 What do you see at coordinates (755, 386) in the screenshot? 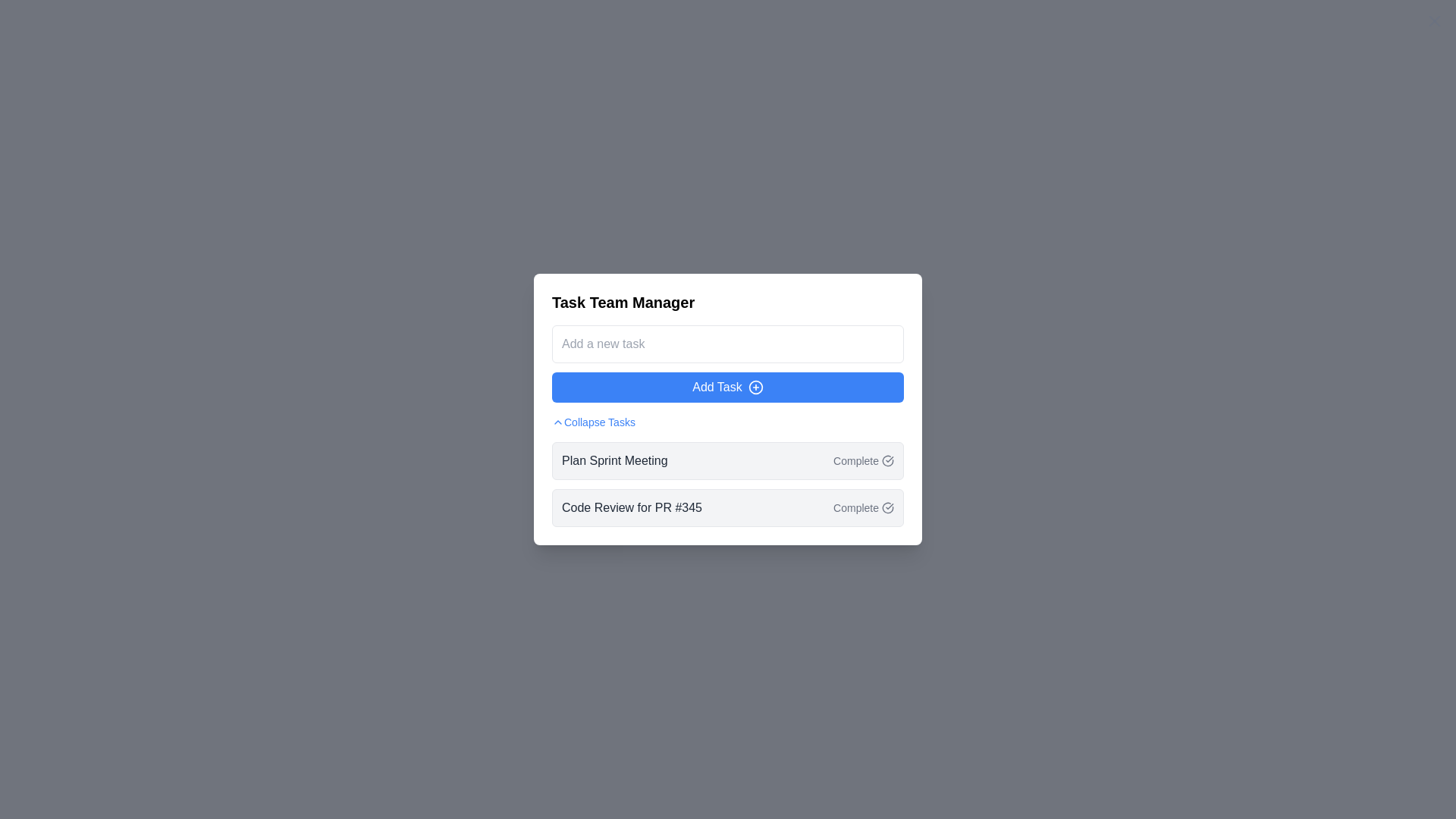
I see `circular icon with a plus sign inside located within the 'Add Task' button for debugging purposes` at bounding box center [755, 386].